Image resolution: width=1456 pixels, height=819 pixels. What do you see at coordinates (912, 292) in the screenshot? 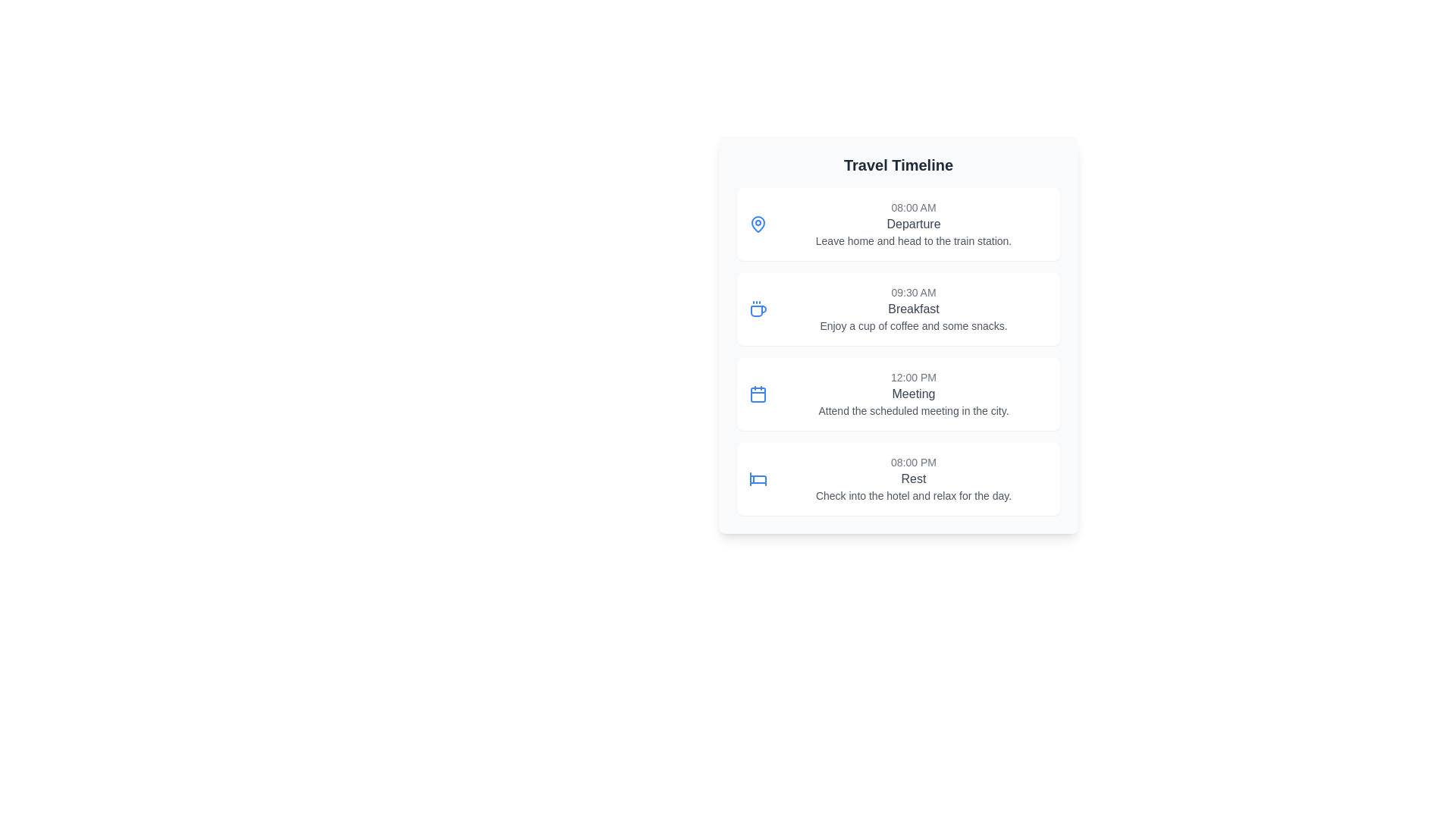
I see `text '09:30 AM' which is displayed in small, gray-styled typography above the event title 'Breakfast' in the timeline interface` at bounding box center [912, 292].